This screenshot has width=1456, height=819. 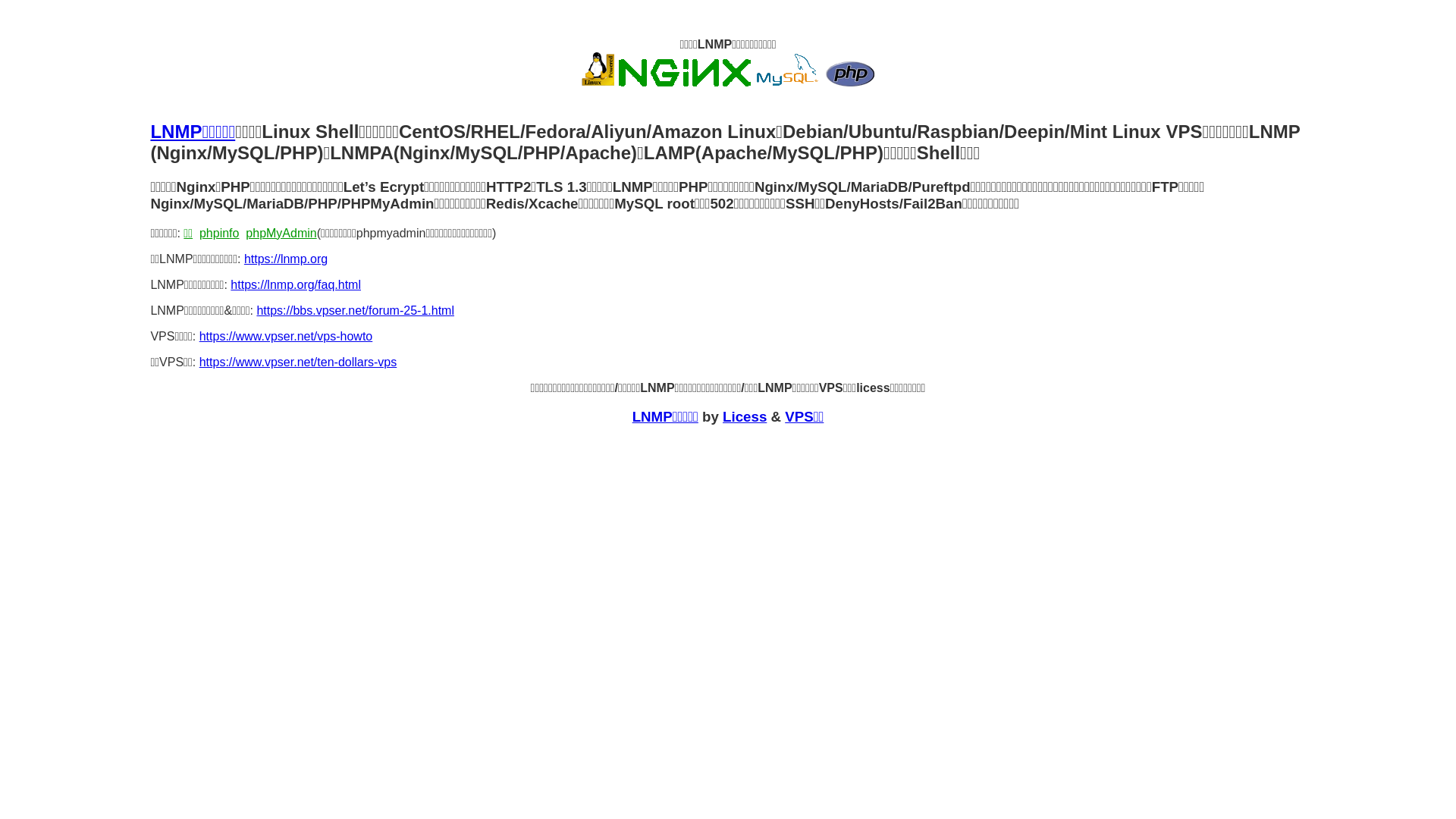 I want to click on 'Licess', so click(x=722, y=416).